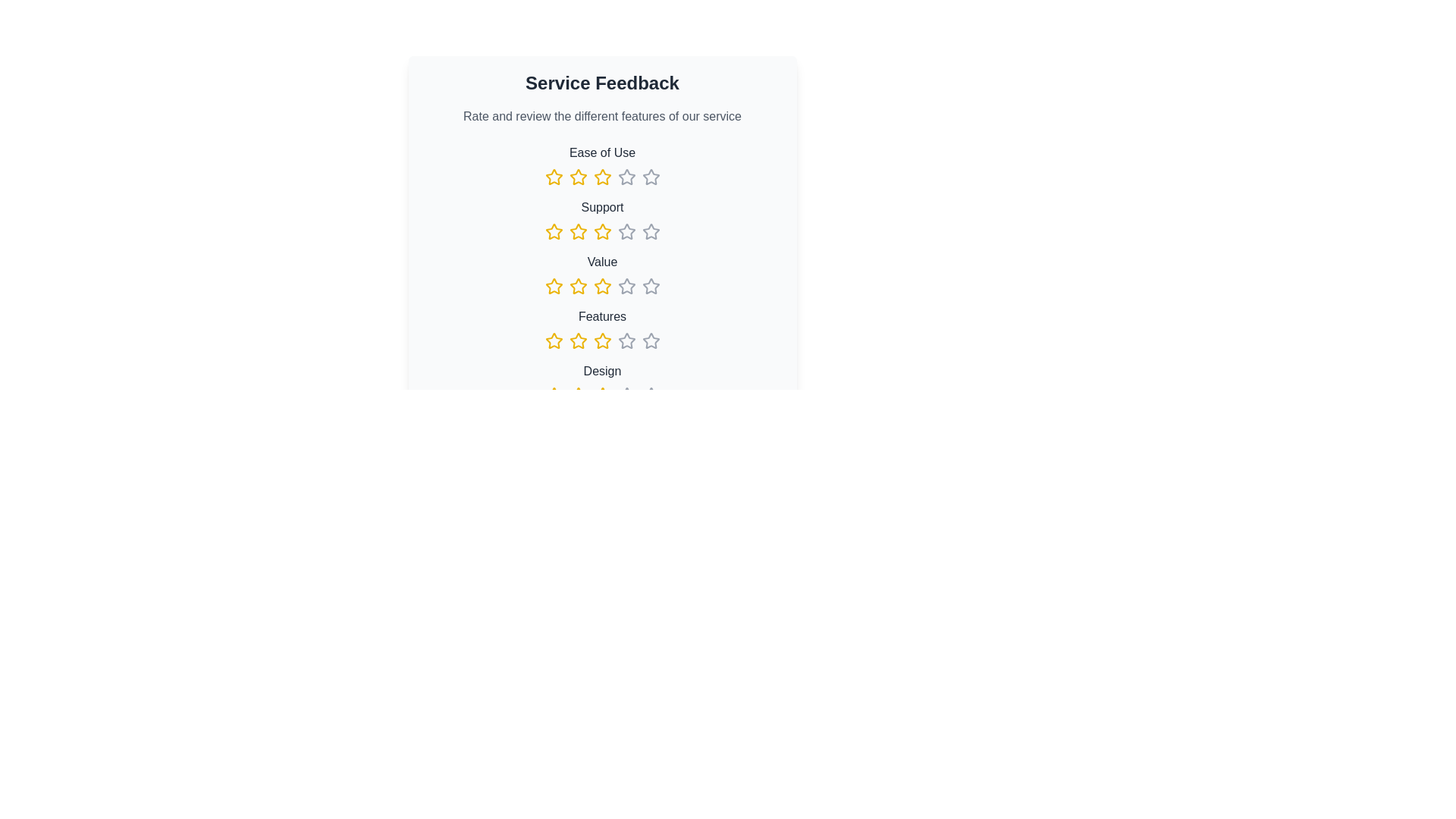 The width and height of the screenshot is (1456, 819). I want to click on the Text label that indicates the rating section for features evaluation, located in the fourth section of the rating feedback form, below 'Ease of Use,' 'Support,' and 'Value' ratings, and above the 'Design' rating section, so click(601, 315).